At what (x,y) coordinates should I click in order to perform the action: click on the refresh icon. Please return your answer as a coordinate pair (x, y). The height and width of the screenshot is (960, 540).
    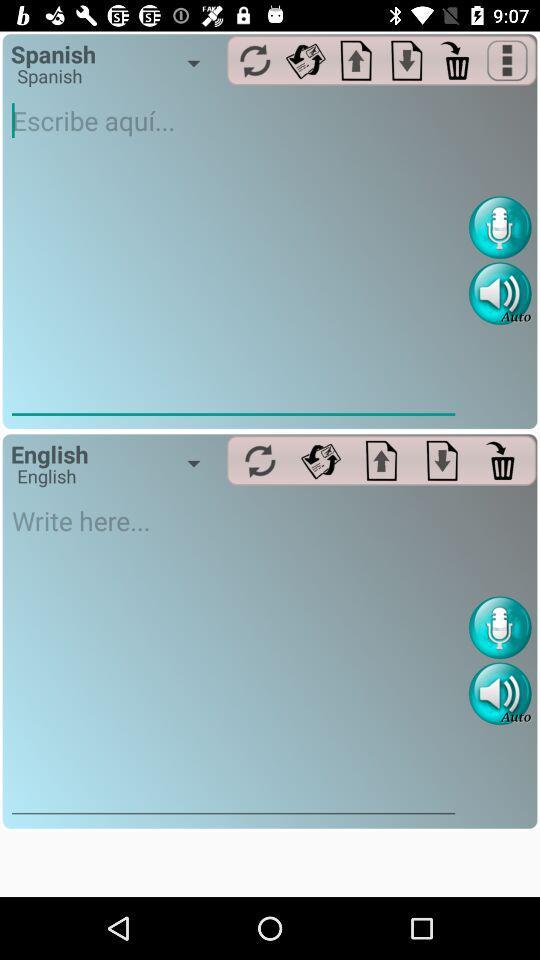
    Looking at the image, I should click on (320, 460).